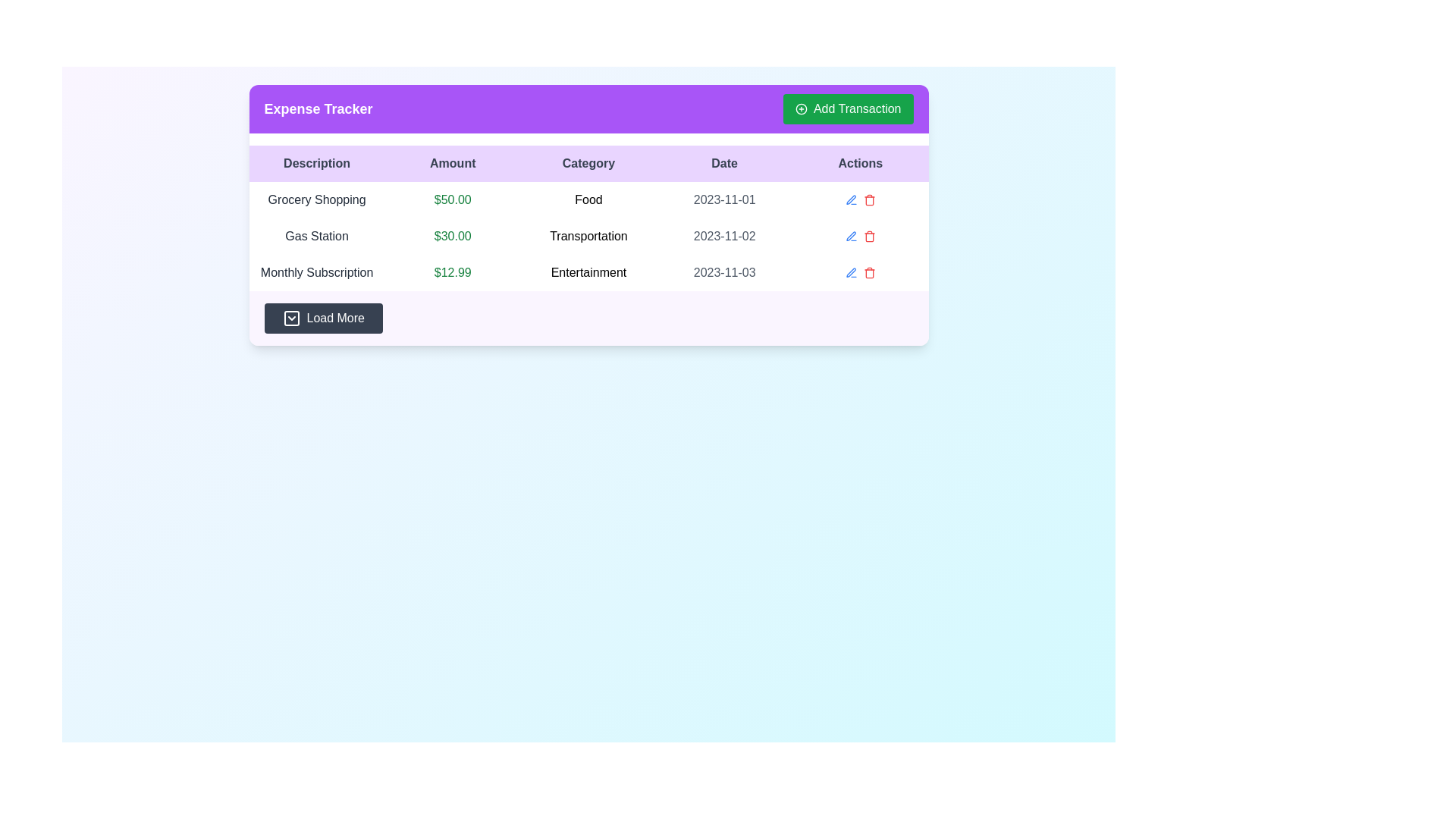  What do you see at coordinates (452, 199) in the screenshot?
I see `the static text displaying the monetary amount for the 'Grocery Shopping' entry, which is located in the 'Amount' column of the first row of a table` at bounding box center [452, 199].